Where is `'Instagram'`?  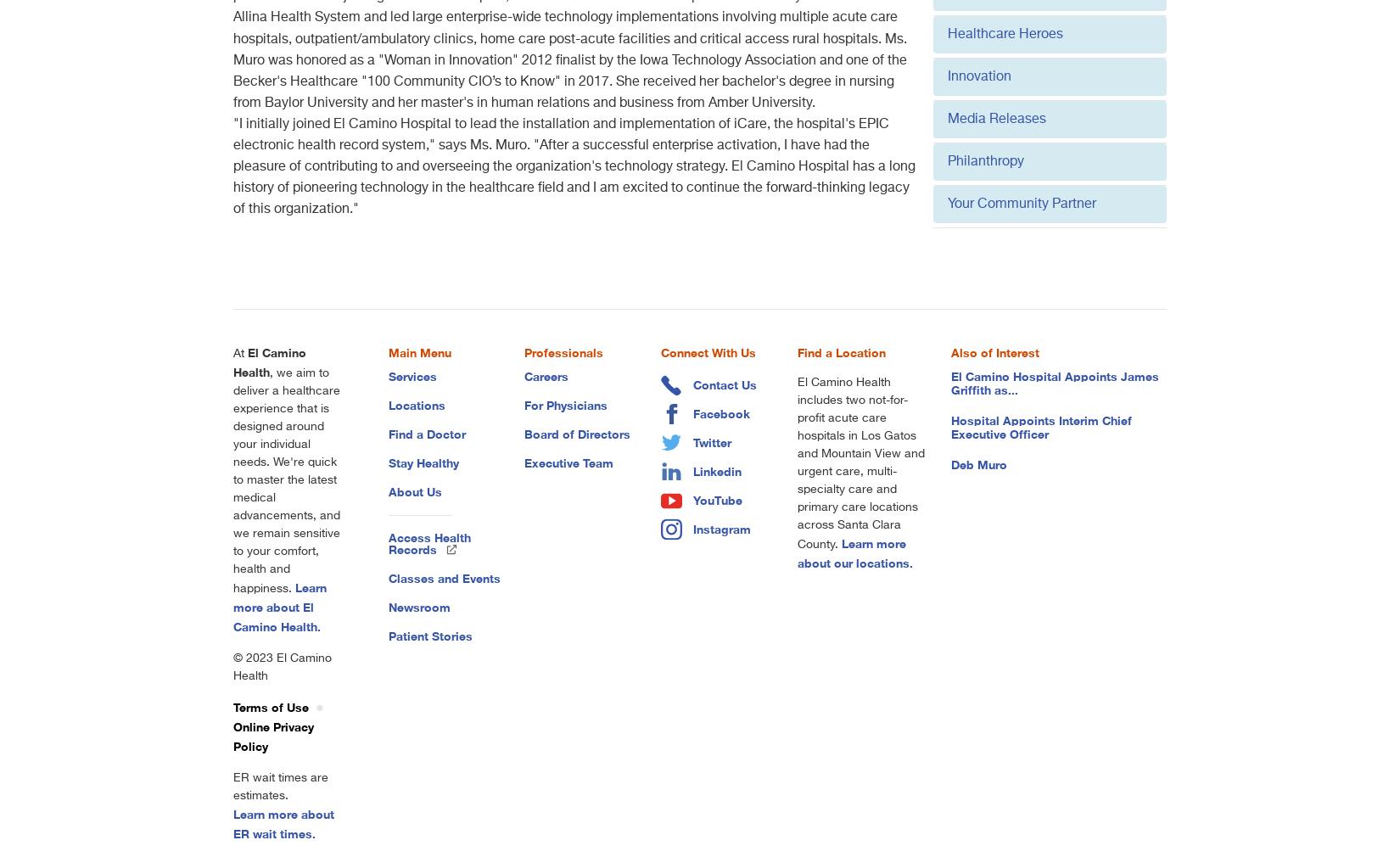
'Instagram' is located at coordinates (722, 528).